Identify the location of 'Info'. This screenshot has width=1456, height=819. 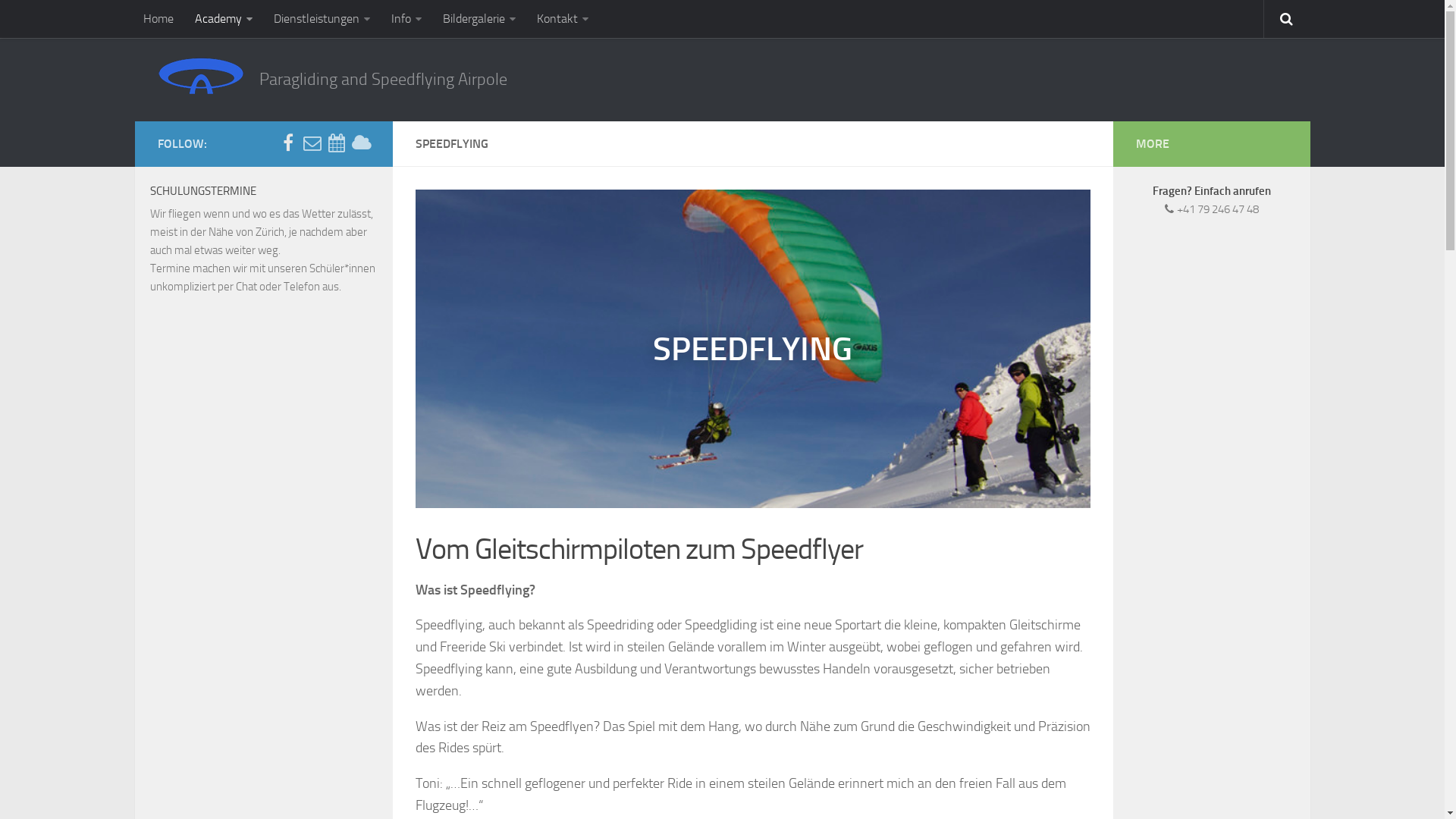
(406, 18).